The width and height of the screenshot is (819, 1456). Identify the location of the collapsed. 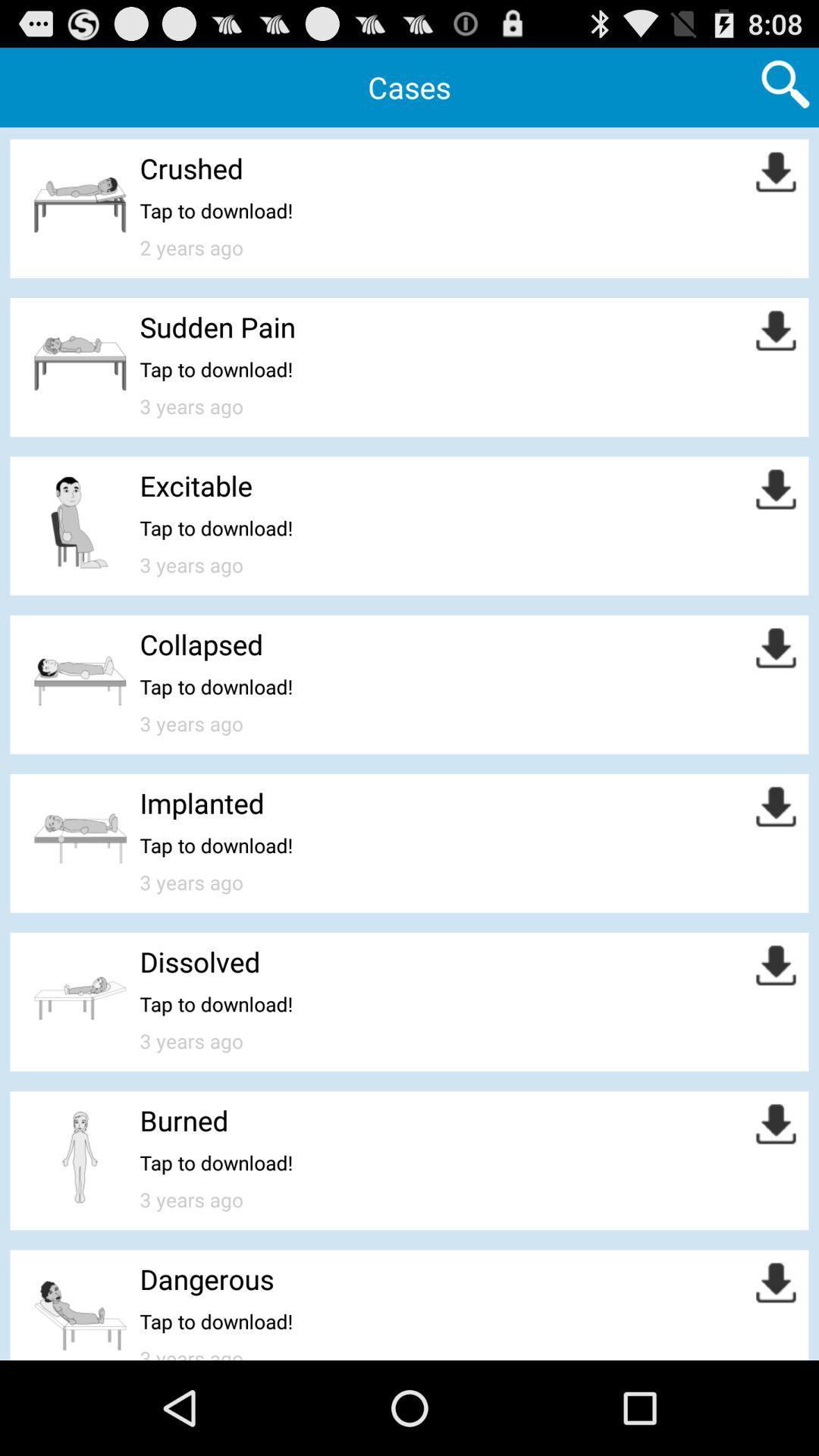
(200, 644).